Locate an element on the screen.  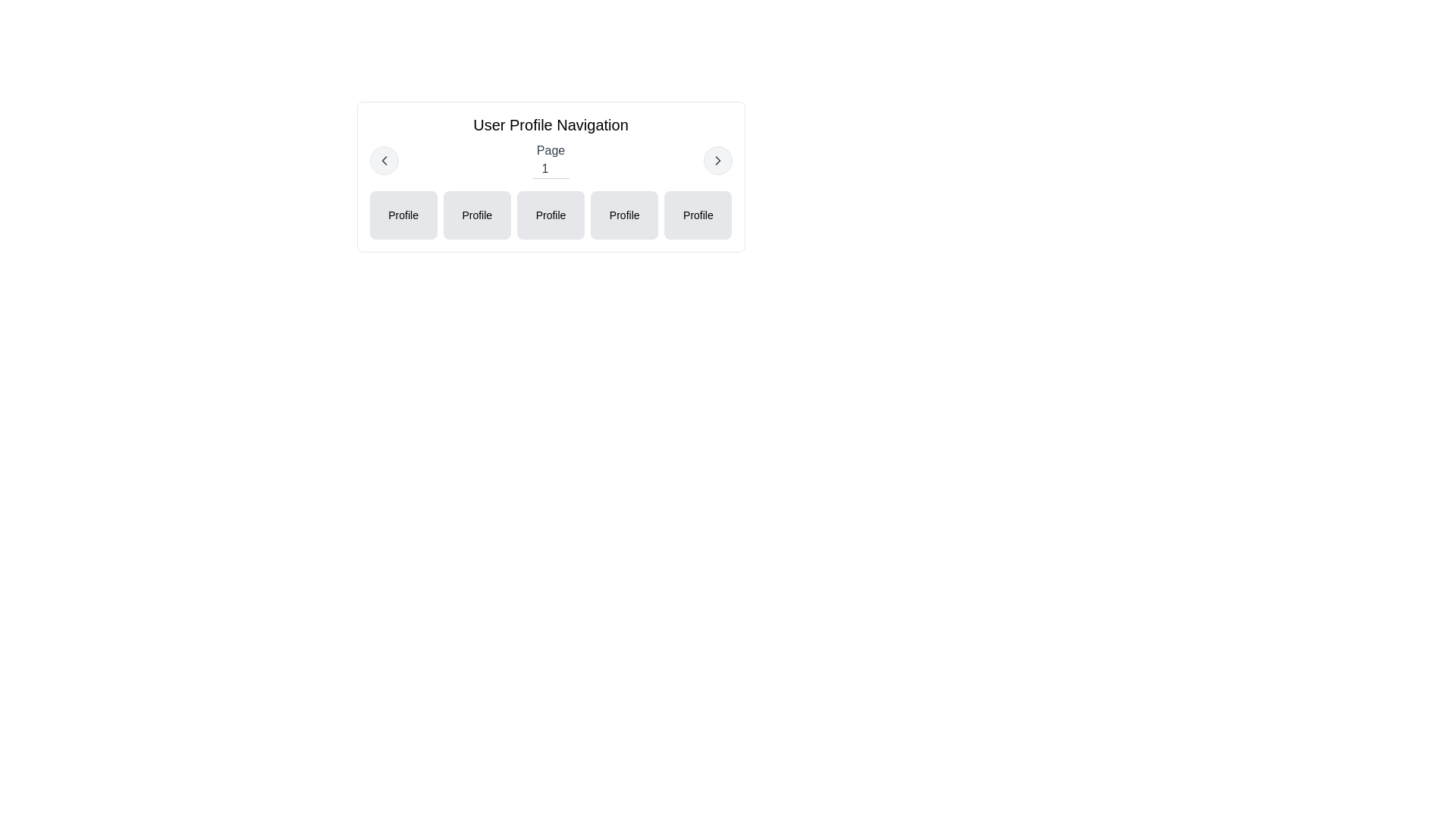
the text label displaying 'User Profile Navigation', which serves as the title of the navigation panel is located at coordinates (550, 124).